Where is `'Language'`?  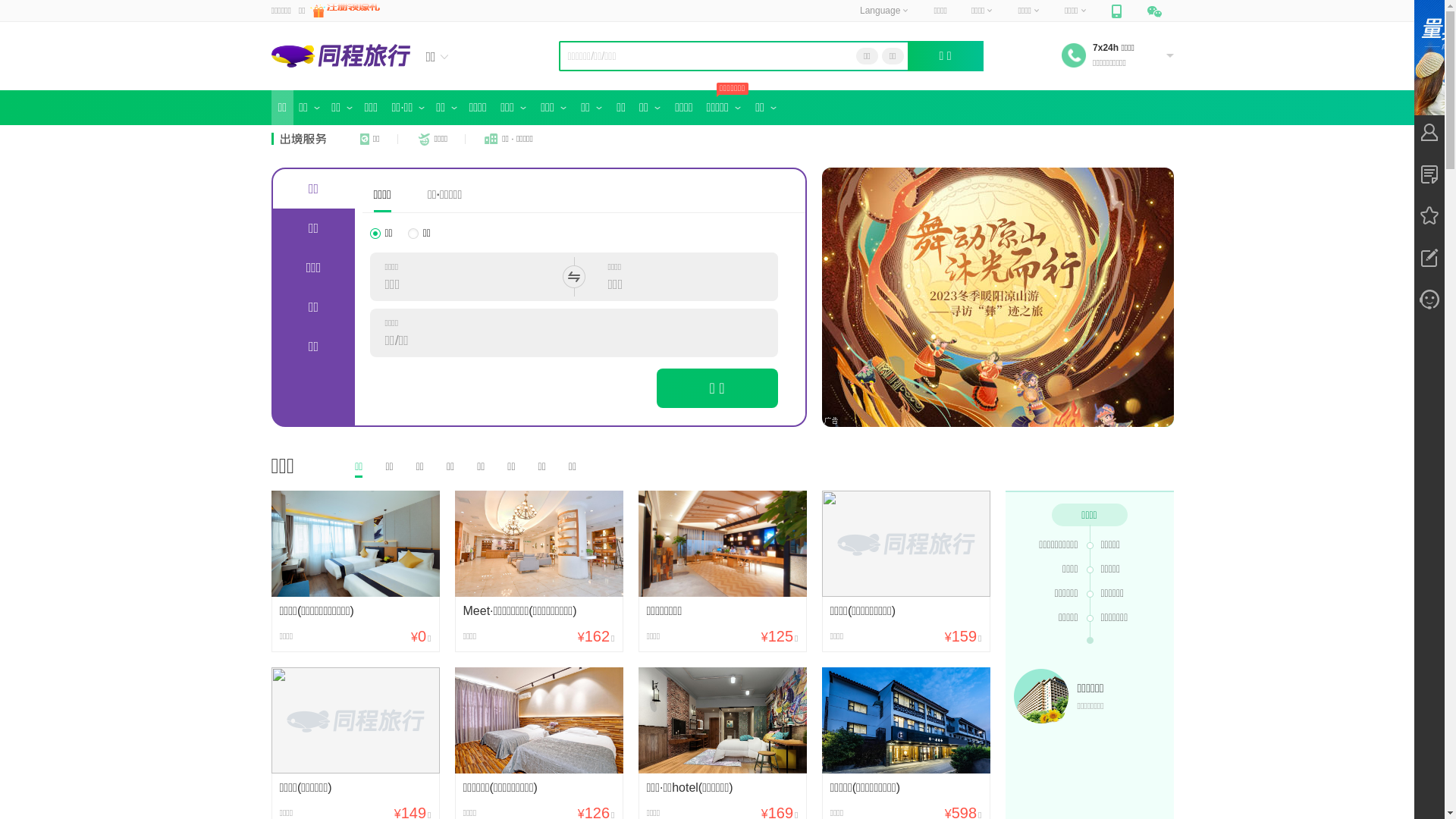
'Language' is located at coordinates (847, 11).